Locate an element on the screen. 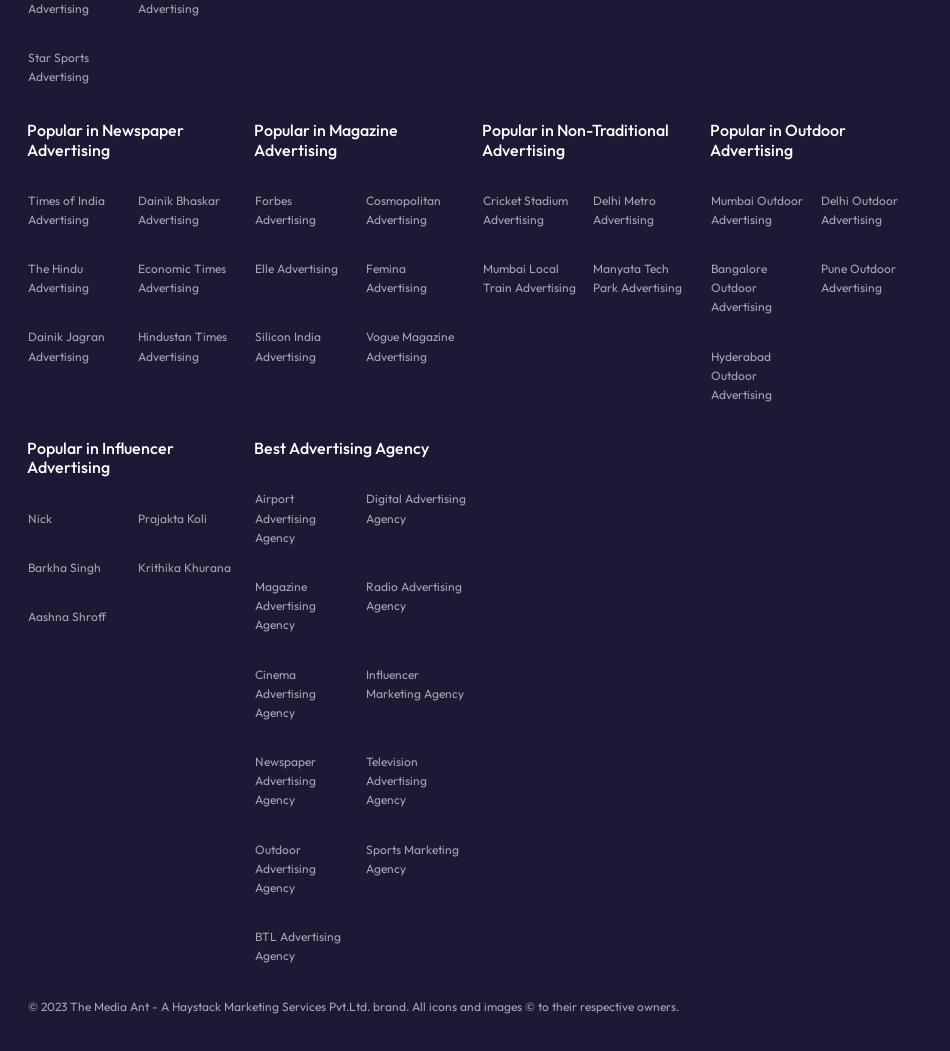 This screenshot has height=1051, width=950. 'Femina Advertising' is located at coordinates (394, 277).